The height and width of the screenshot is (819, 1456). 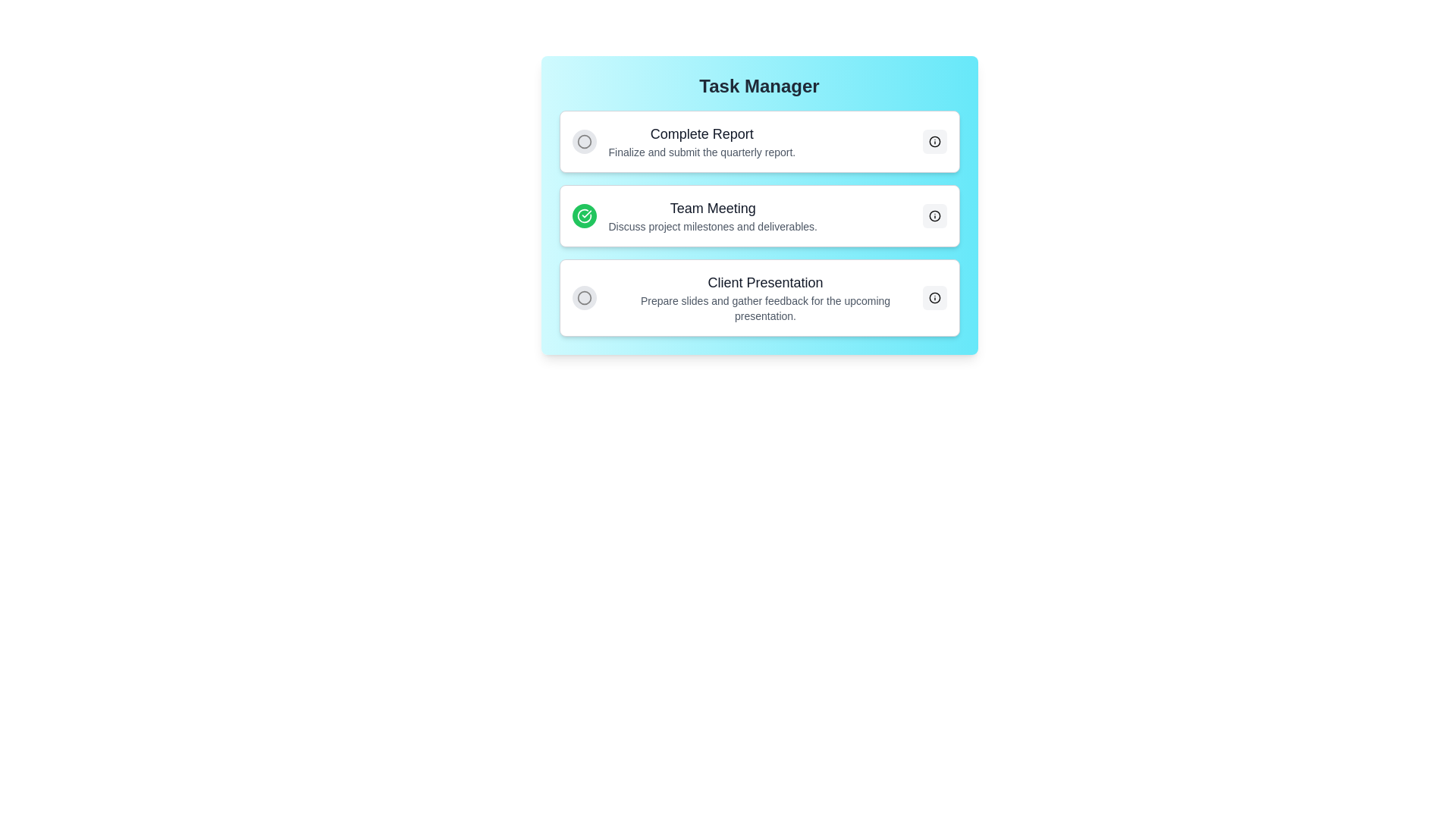 I want to click on the third task entry, so click(x=747, y=298).